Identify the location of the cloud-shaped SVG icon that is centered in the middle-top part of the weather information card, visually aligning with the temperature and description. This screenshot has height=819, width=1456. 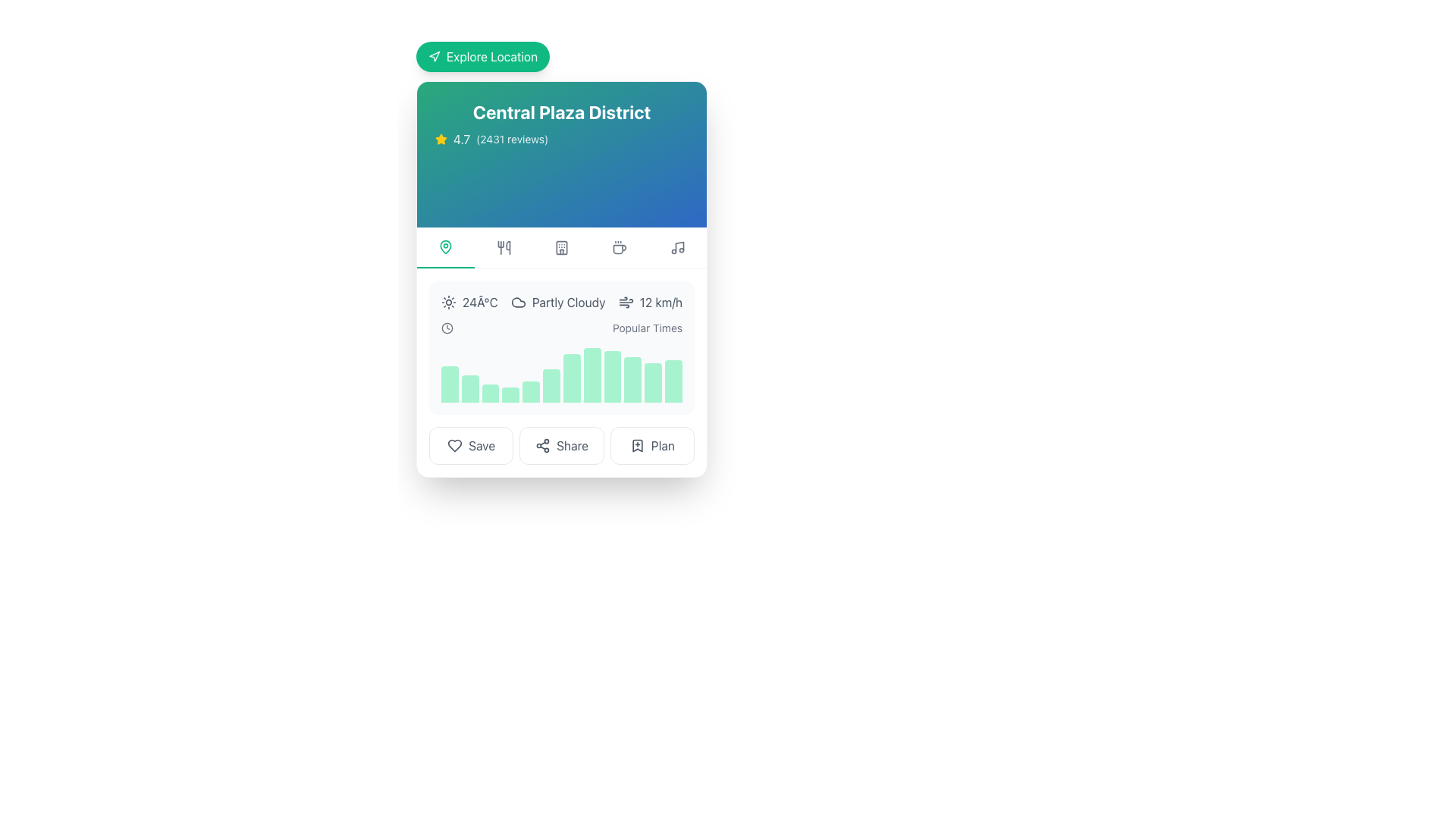
(518, 302).